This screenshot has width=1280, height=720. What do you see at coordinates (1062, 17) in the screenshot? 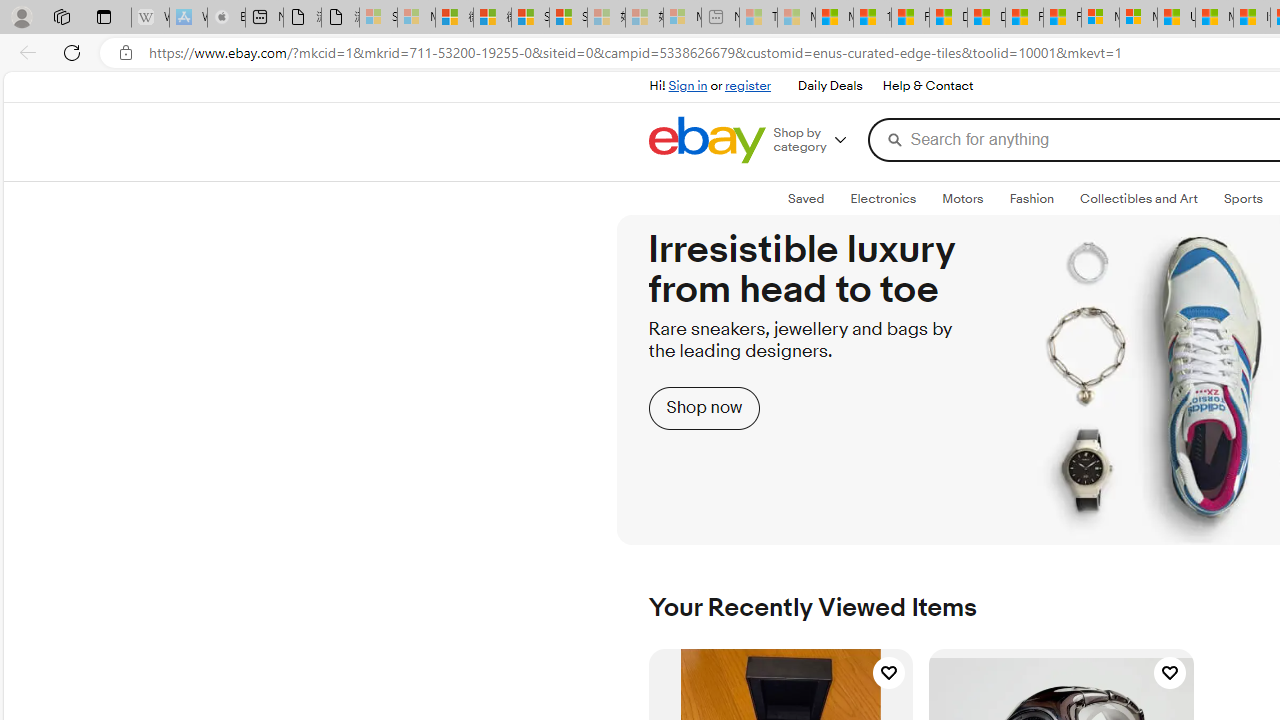
I see `'Foo BAR | Trusted Community Engagement and Contributions'` at bounding box center [1062, 17].